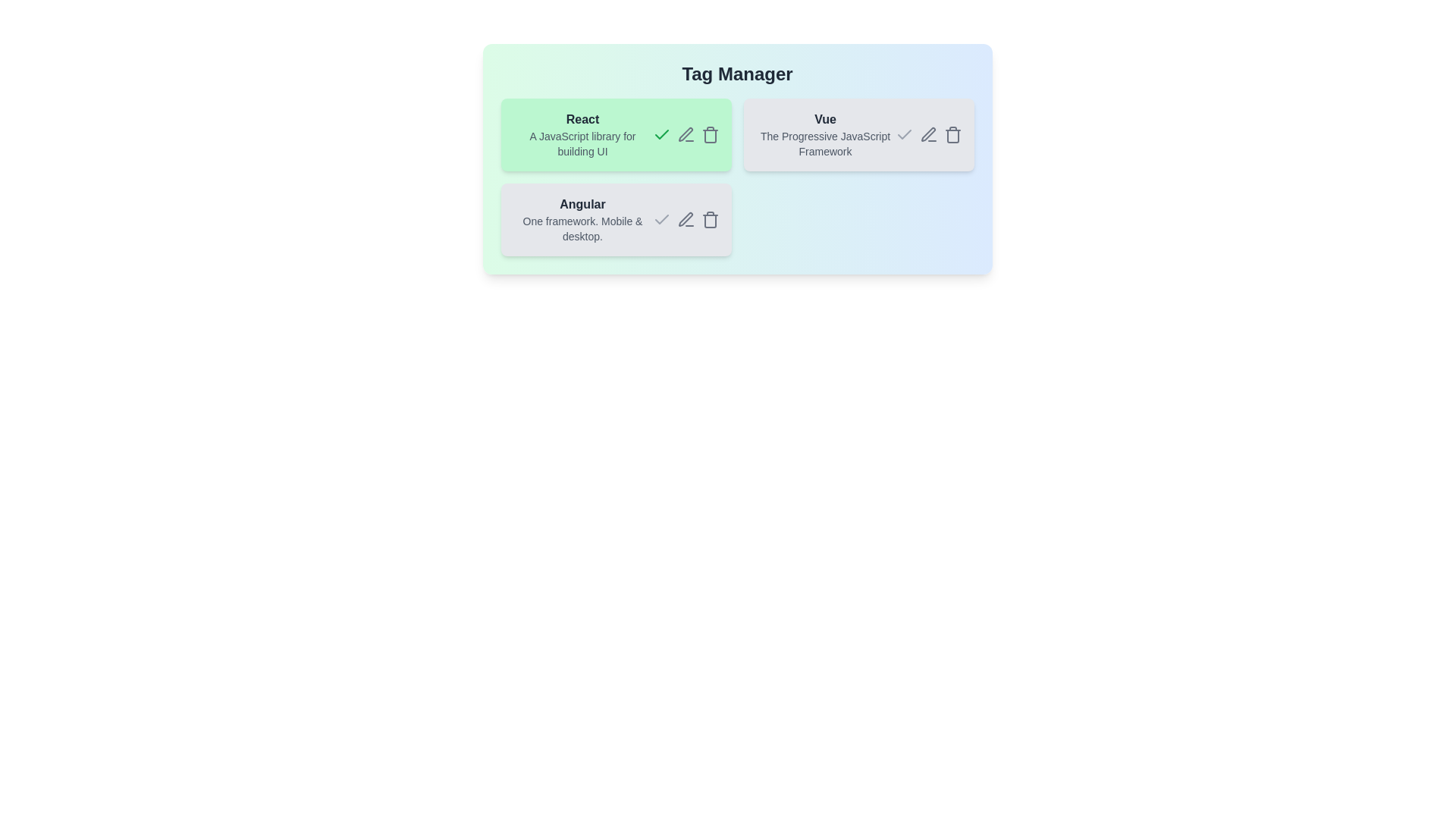  Describe the element at coordinates (952, 133) in the screenshot. I see `trash icon for the tag Vue to delete it` at that location.